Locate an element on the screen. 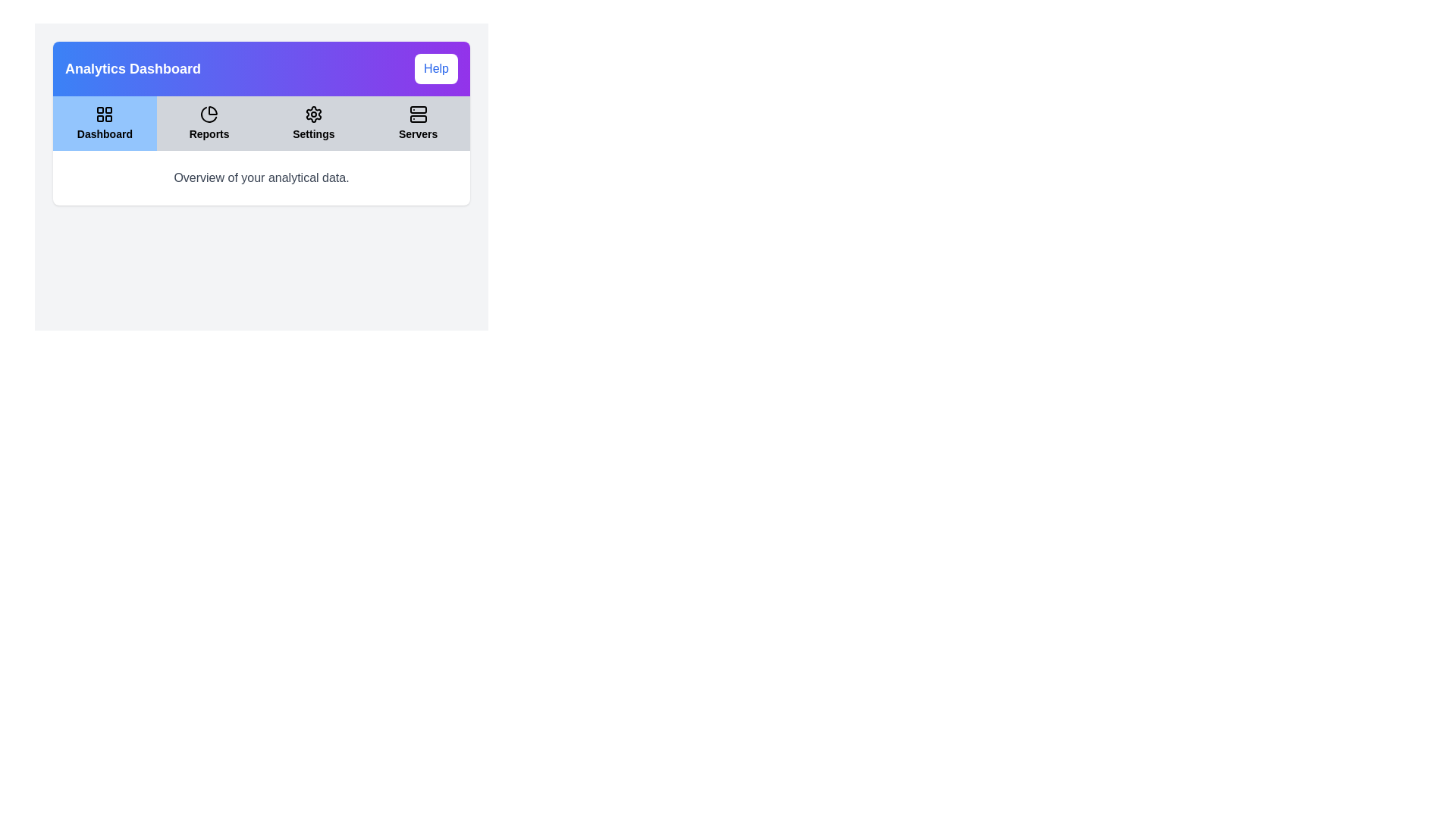 The width and height of the screenshot is (1456, 819). the third navigation item in the horizontal segmented control that accesses the settings section of the application is located at coordinates (312, 122).